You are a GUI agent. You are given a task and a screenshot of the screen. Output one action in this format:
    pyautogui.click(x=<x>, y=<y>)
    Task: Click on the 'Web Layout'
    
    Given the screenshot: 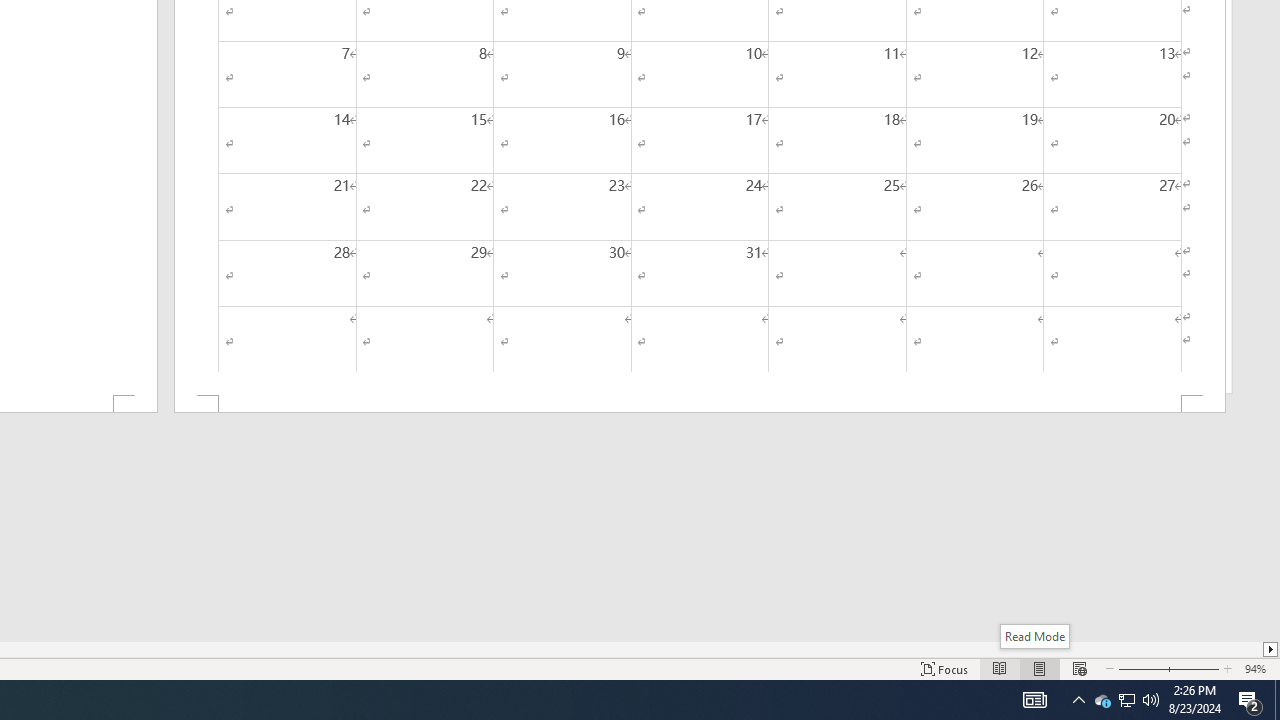 What is the action you would take?
    pyautogui.click(x=1078, y=669)
    